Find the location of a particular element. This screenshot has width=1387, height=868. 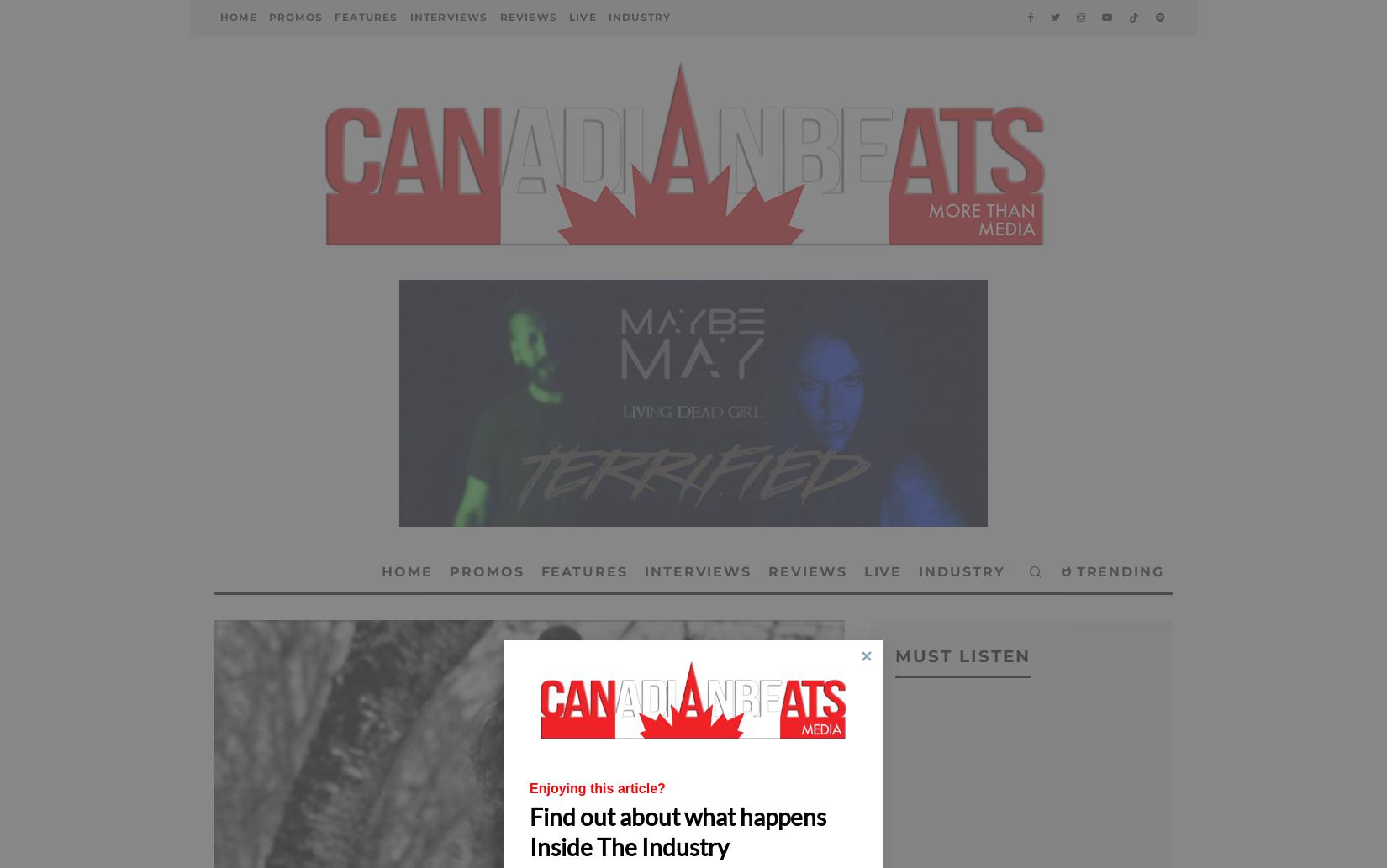

'5qs' is located at coordinates (440, 93).